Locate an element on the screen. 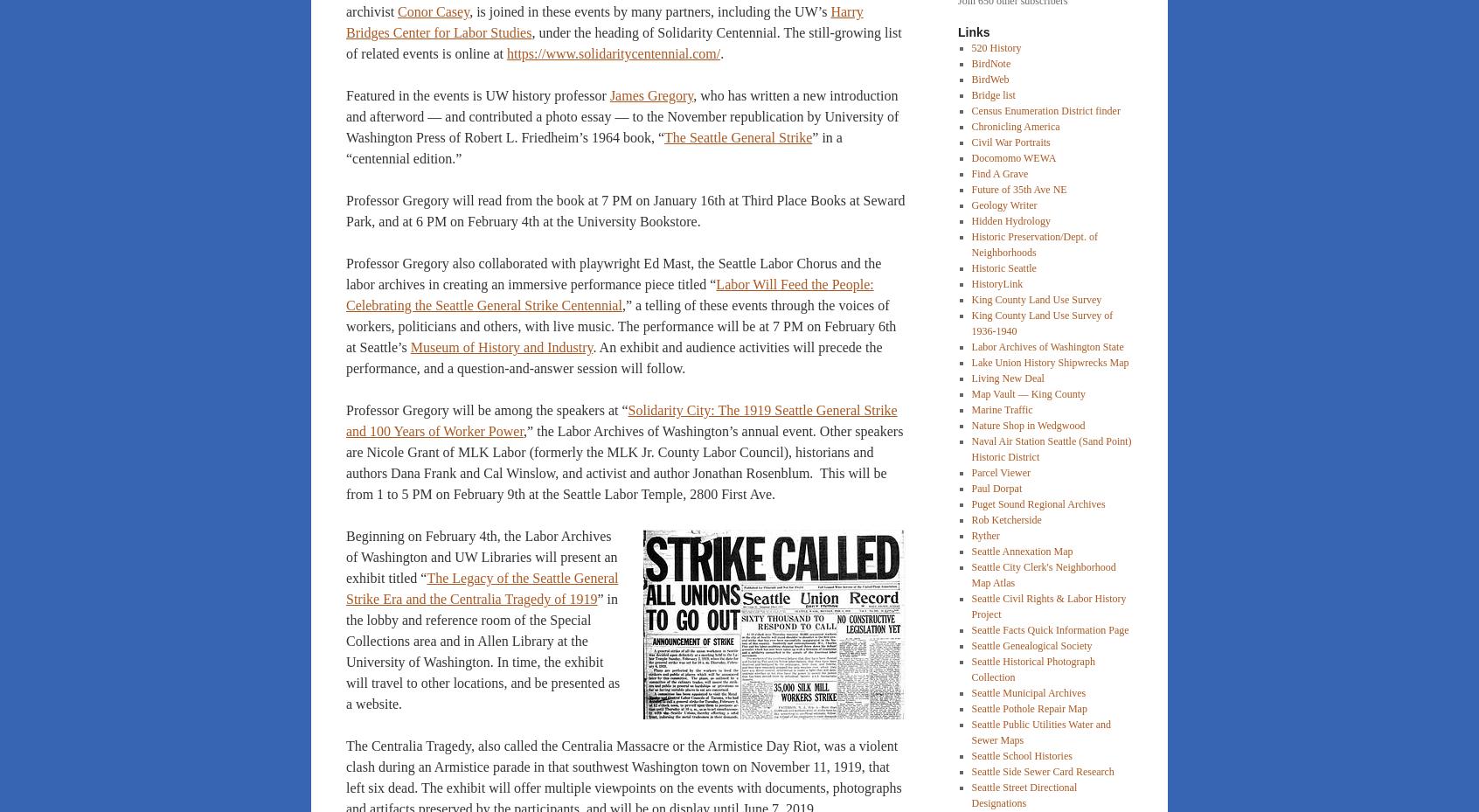 The height and width of the screenshot is (812, 1479). 'James Gregory' is located at coordinates (649, 95).